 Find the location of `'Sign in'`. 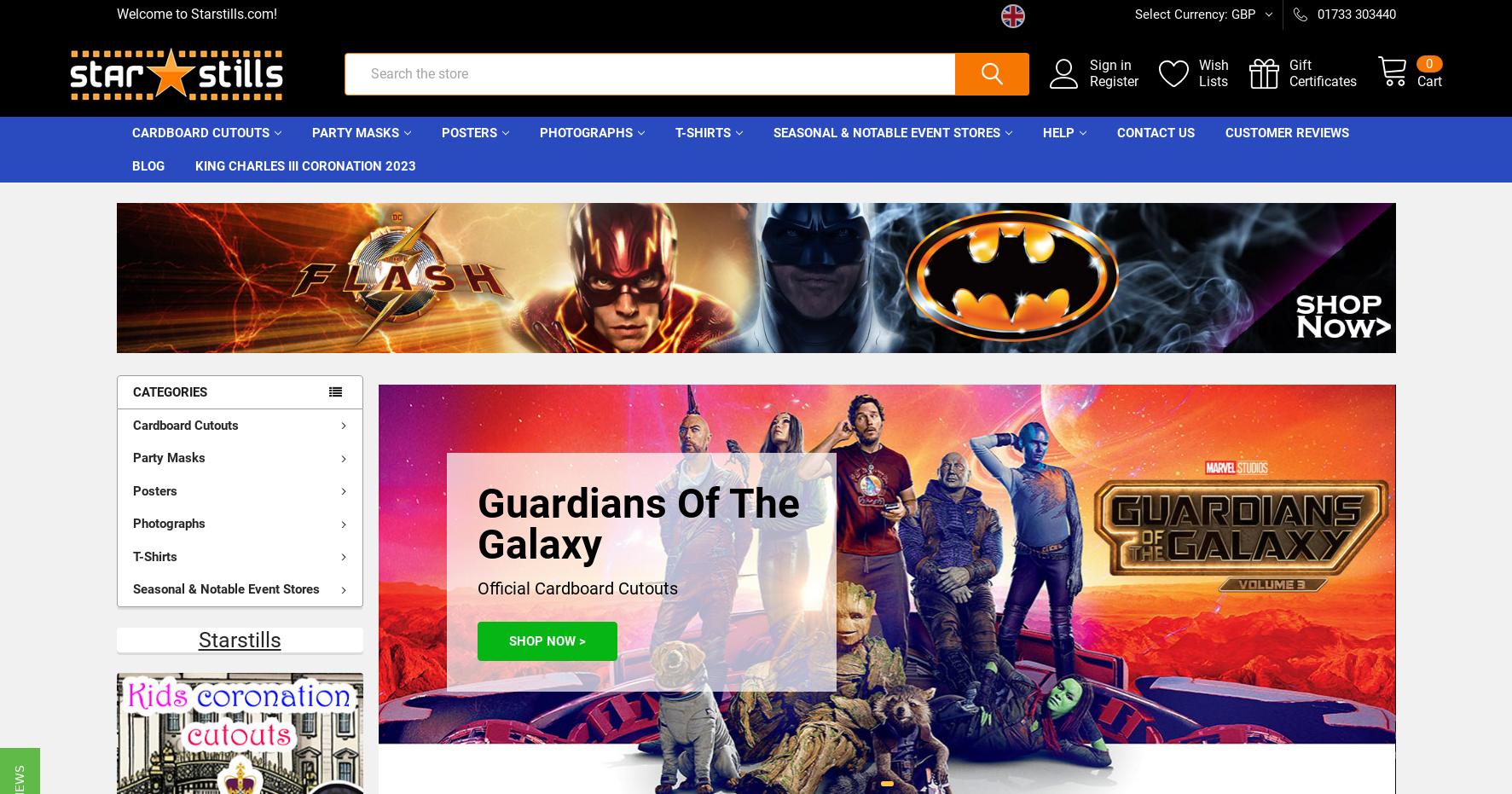

'Sign in' is located at coordinates (1063, 74).